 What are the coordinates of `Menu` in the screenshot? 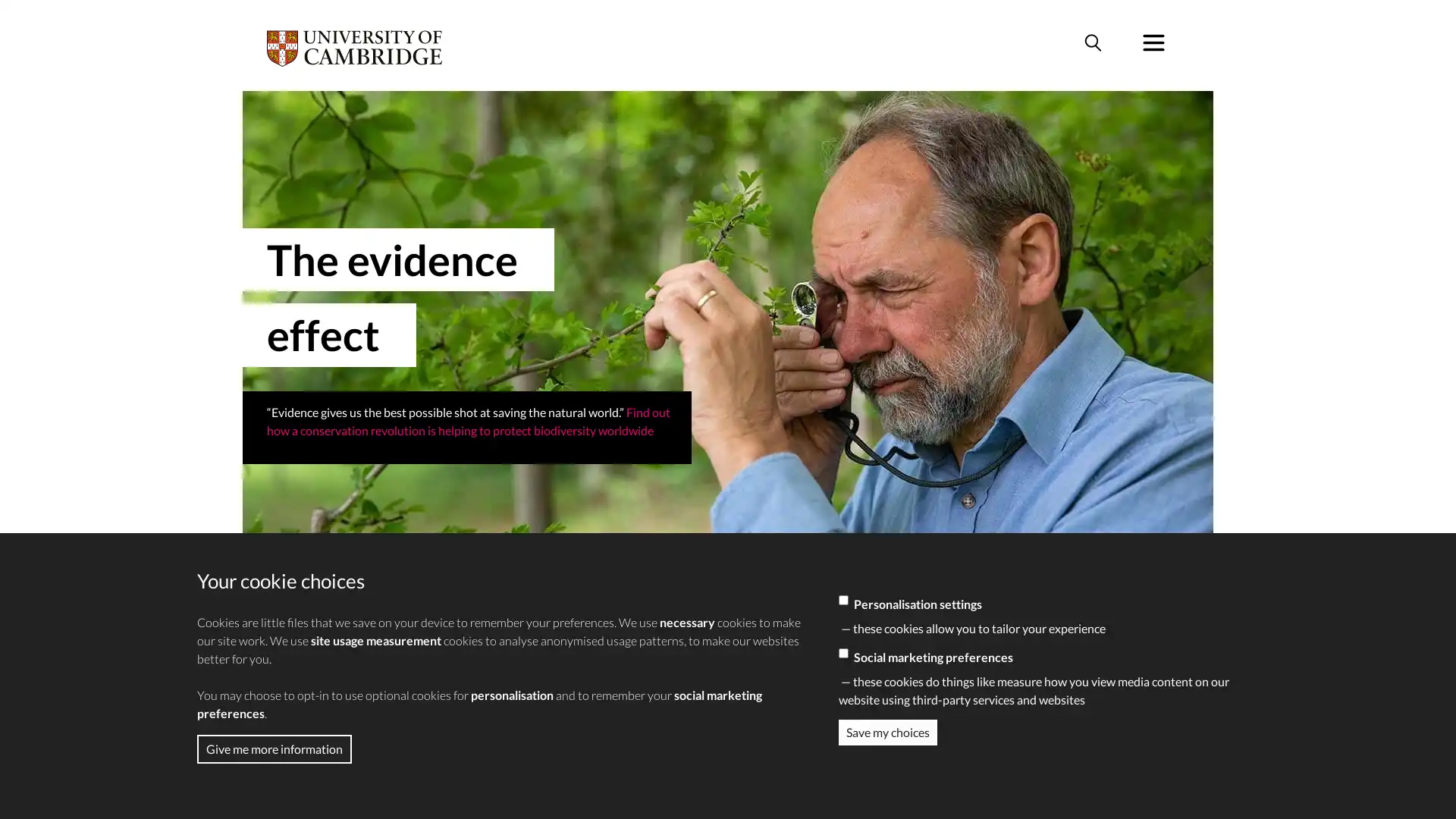 It's located at (1157, 42).